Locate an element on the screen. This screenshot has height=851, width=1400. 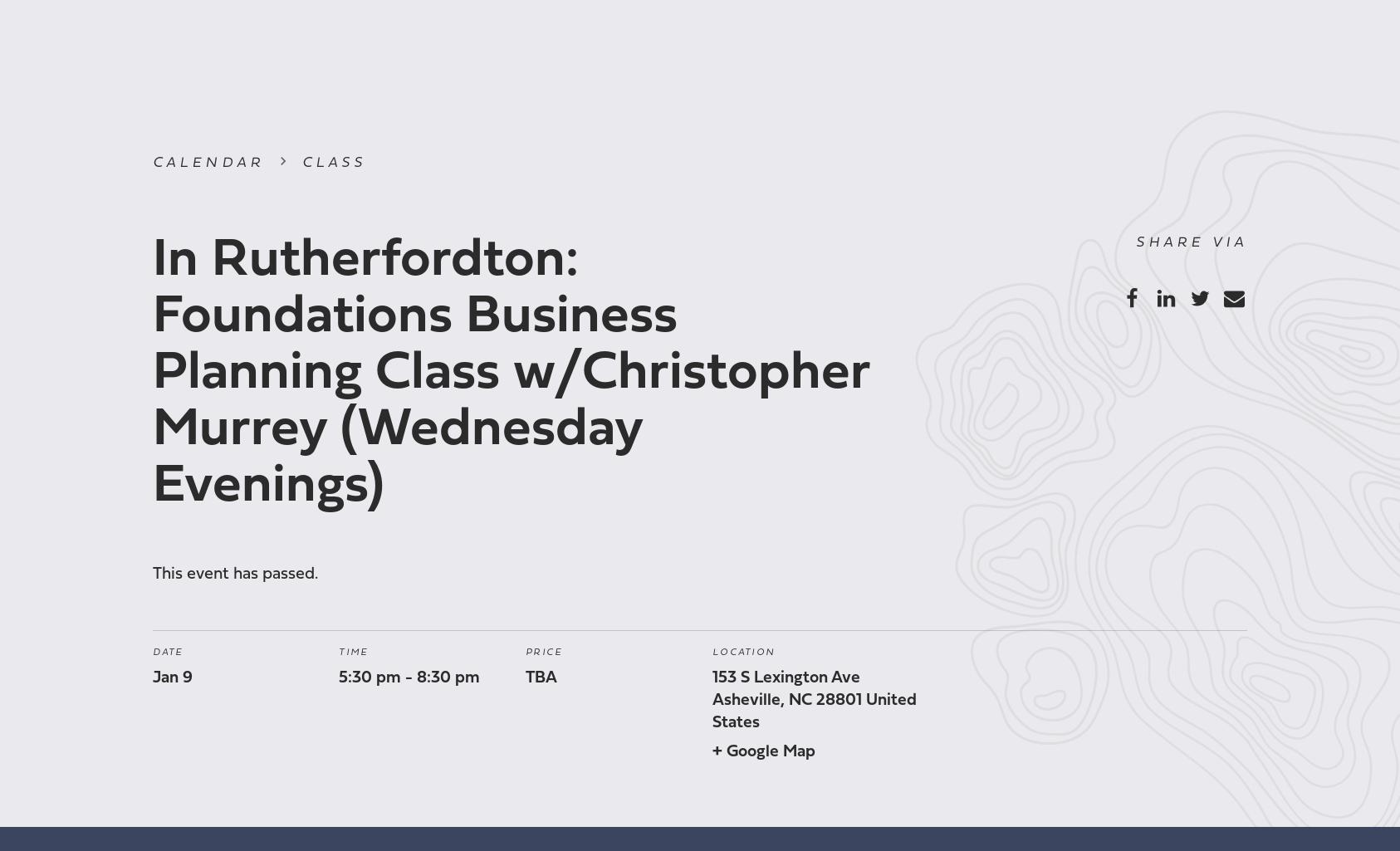
'Date' is located at coordinates (167, 652).